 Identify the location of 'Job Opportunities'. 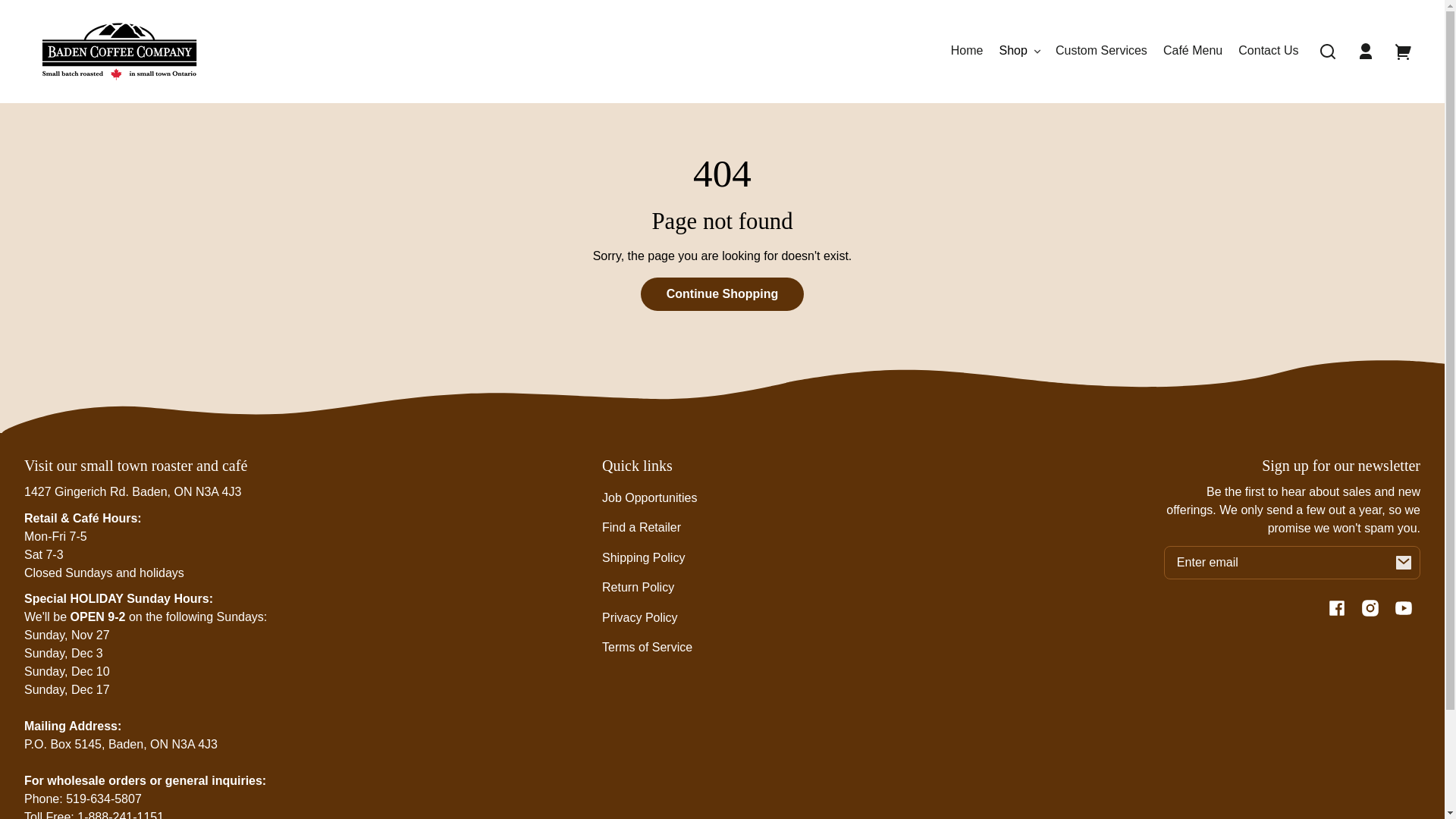
(649, 497).